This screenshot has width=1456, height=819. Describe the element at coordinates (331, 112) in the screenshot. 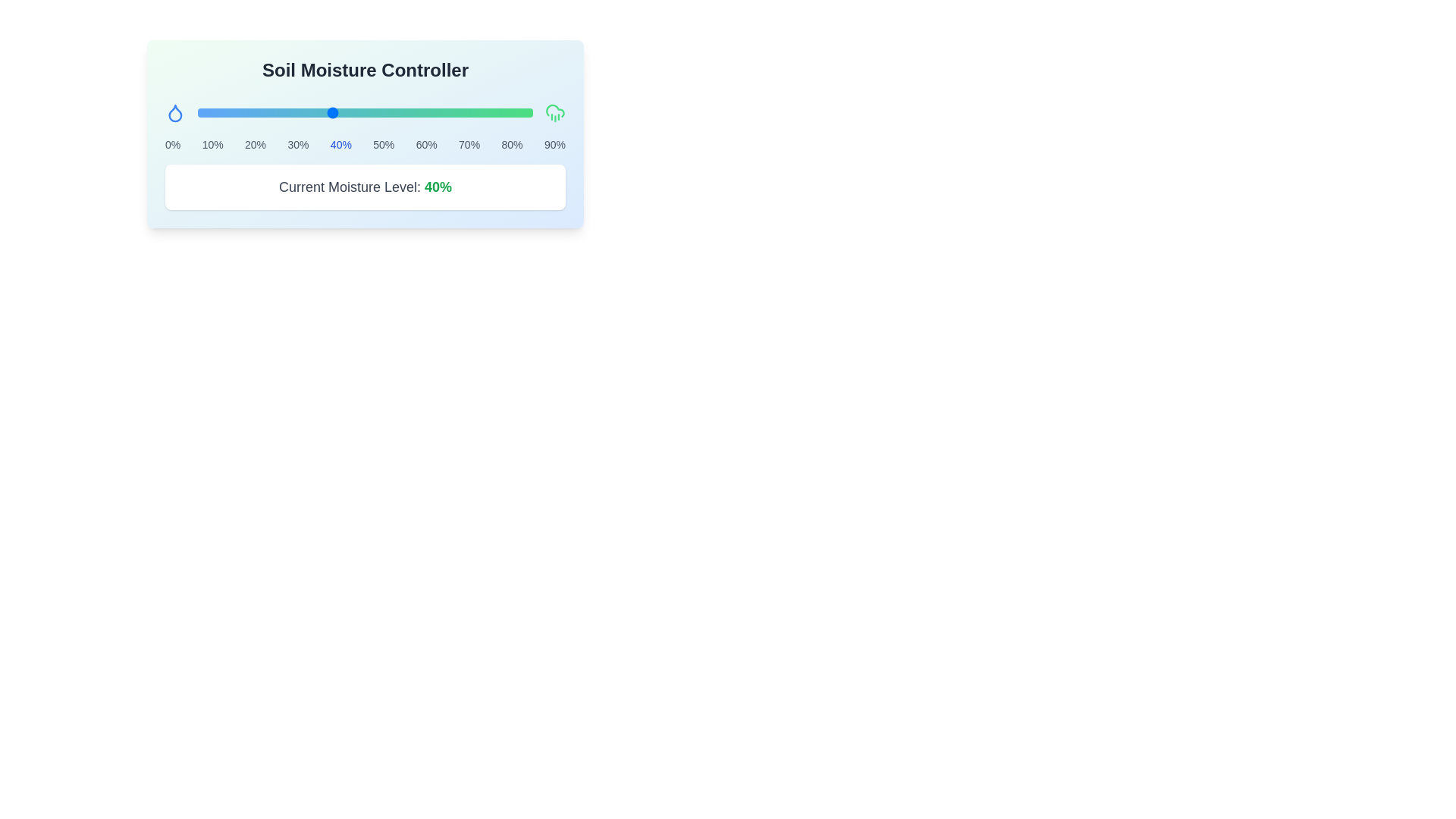

I see `the moisture level to 40% using the slider` at that location.